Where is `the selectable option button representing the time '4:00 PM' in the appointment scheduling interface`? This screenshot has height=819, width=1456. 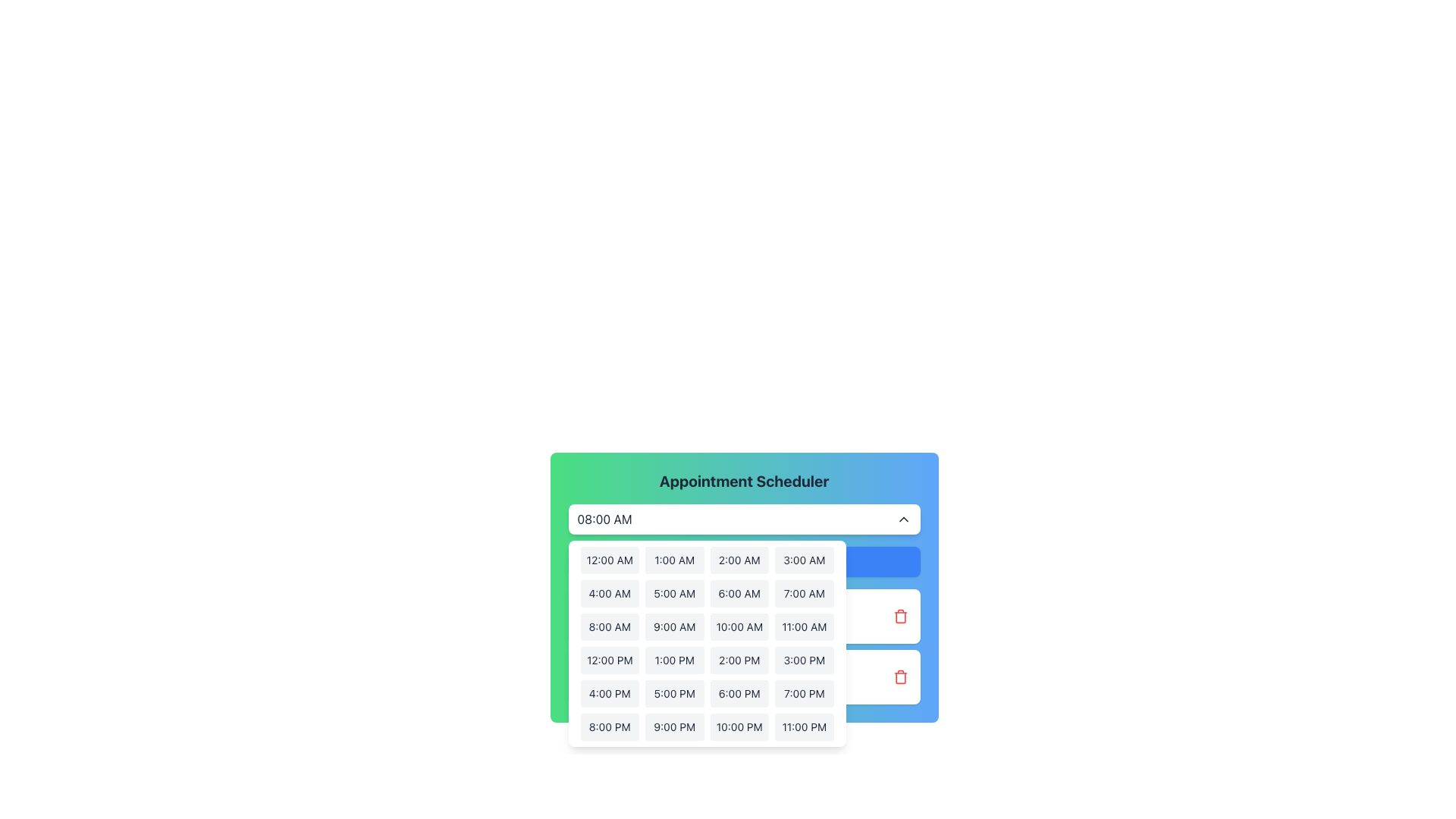 the selectable option button representing the time '4:00 PM' in the appointment scheduling interface is located at coordinates (610, 693).